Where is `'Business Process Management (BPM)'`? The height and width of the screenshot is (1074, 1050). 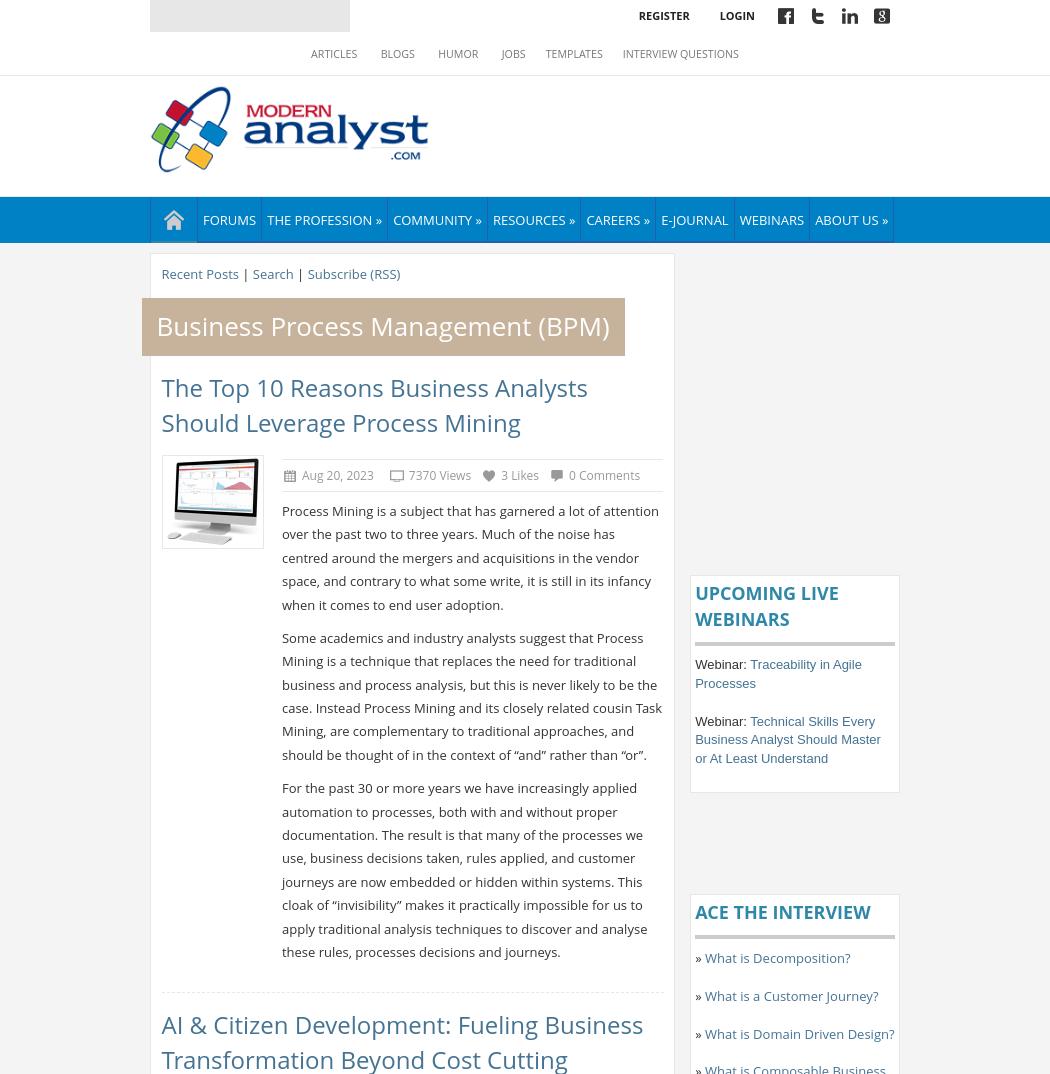 'Business Process Management (BPM)' is located at coordinates (382, 324).